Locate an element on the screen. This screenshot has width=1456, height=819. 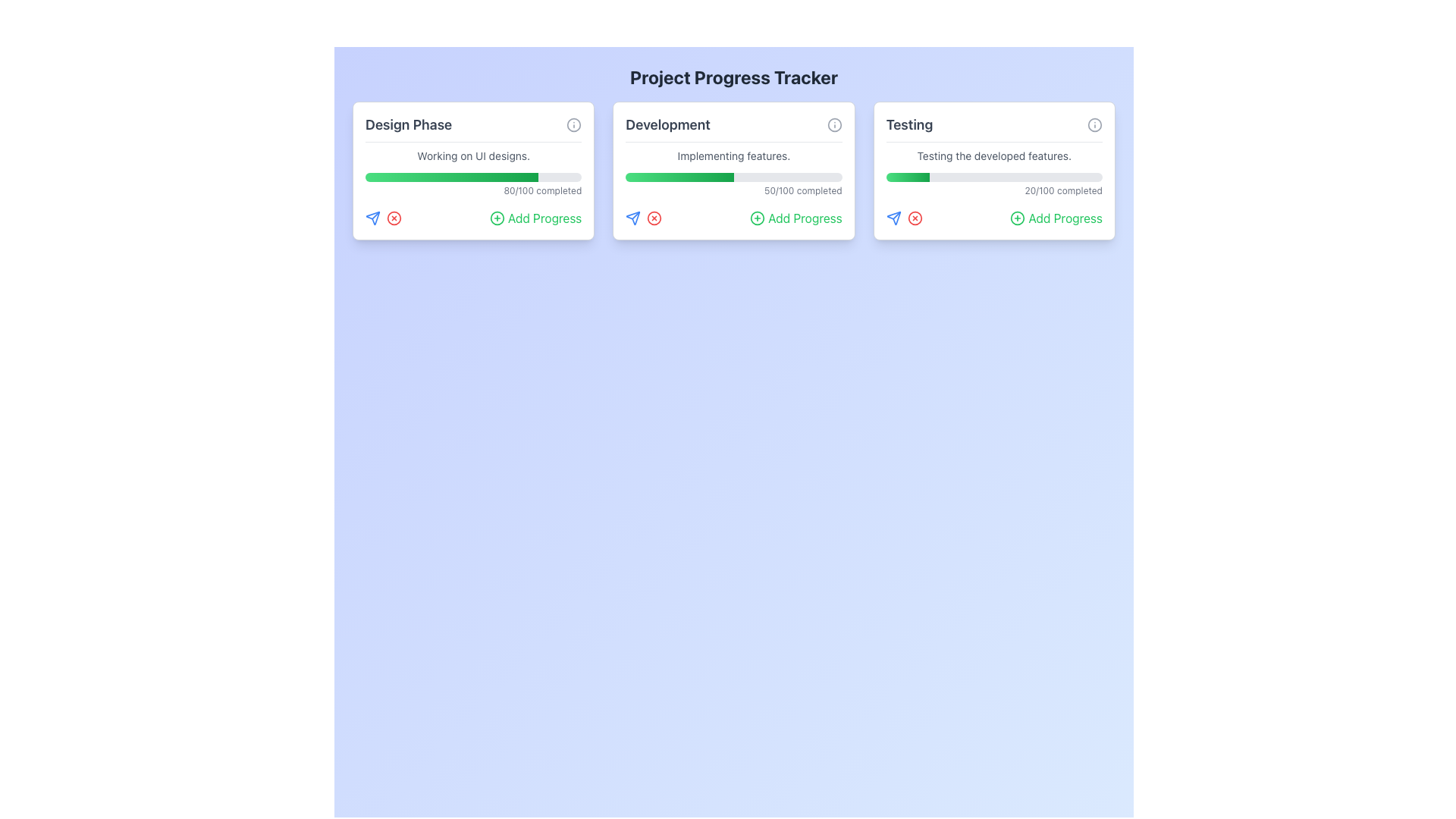
the progress value is located at coordinates (896, 177).